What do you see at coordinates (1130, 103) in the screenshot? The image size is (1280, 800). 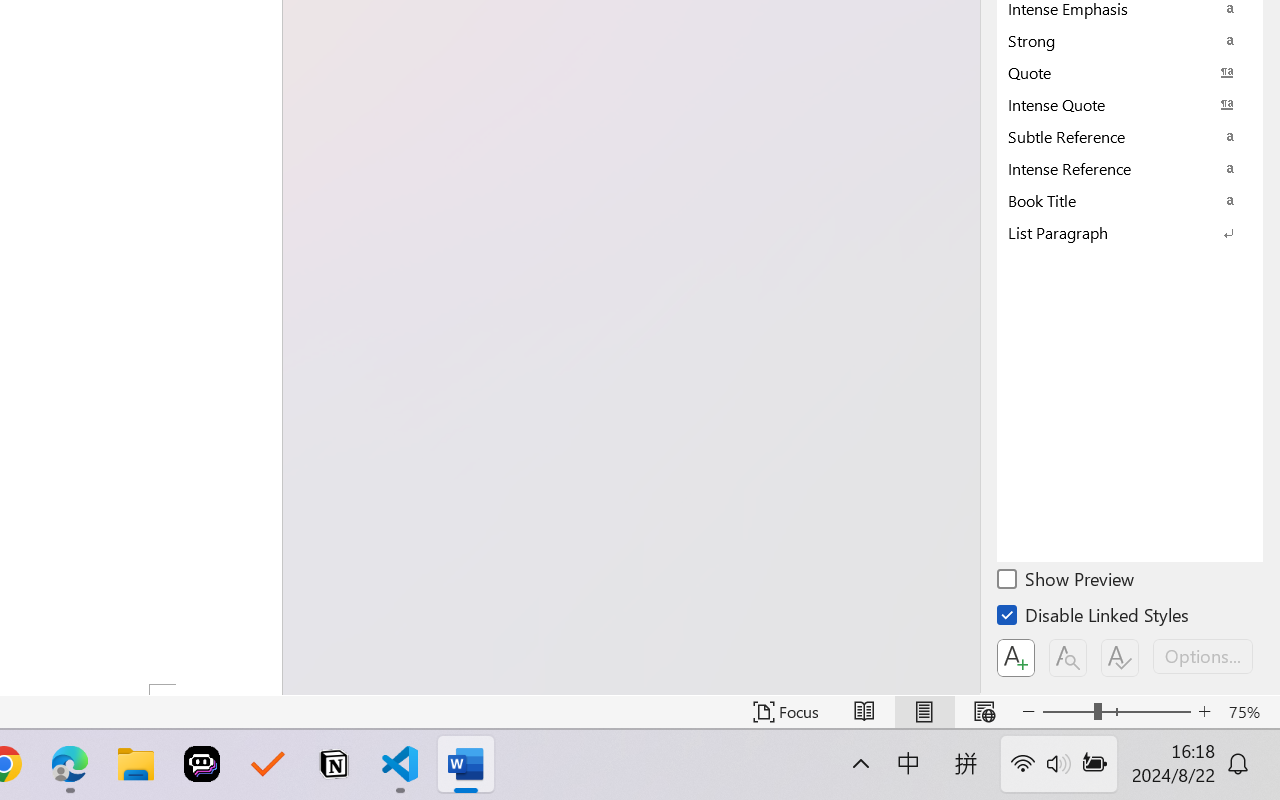 I see `'Intense Quote'` at bounding box center [1130, 103].